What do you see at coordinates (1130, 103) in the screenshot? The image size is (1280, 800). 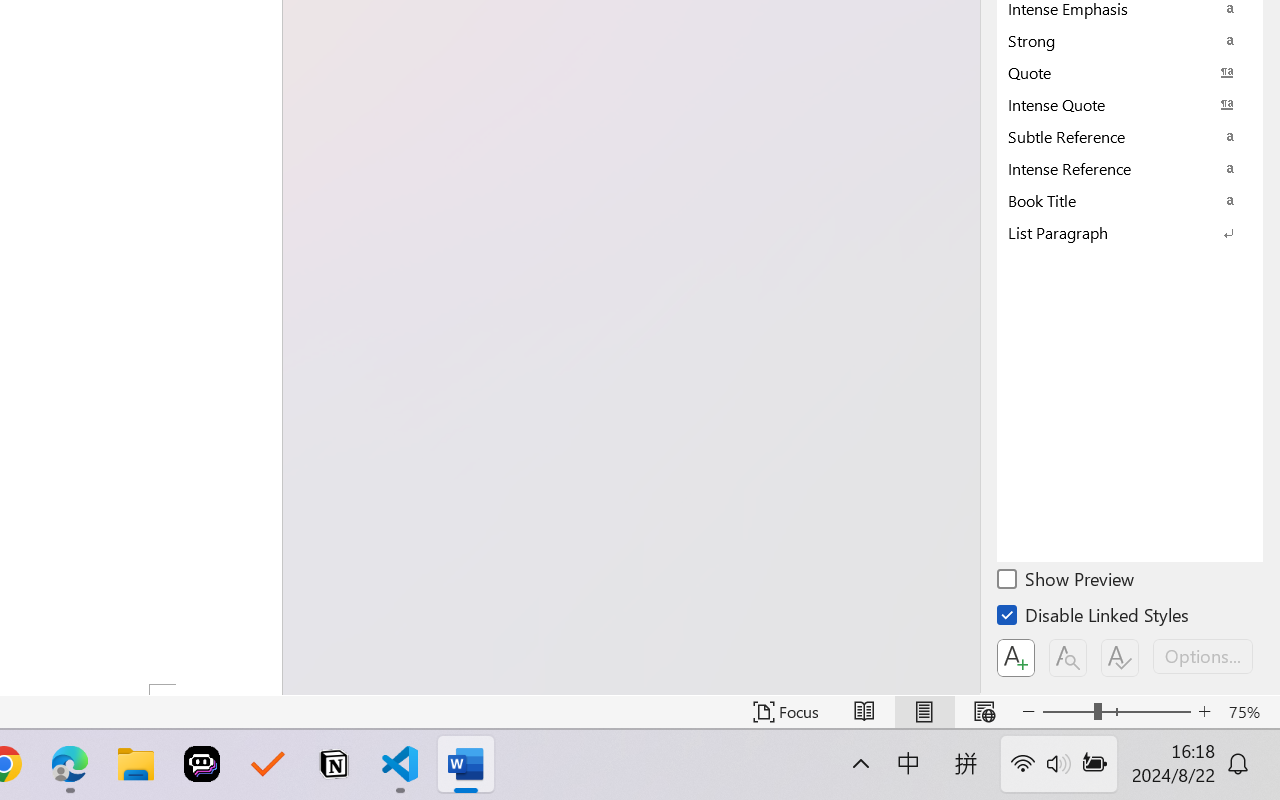 I see `'Intense Quote'` at bounding box center [1130, 103].